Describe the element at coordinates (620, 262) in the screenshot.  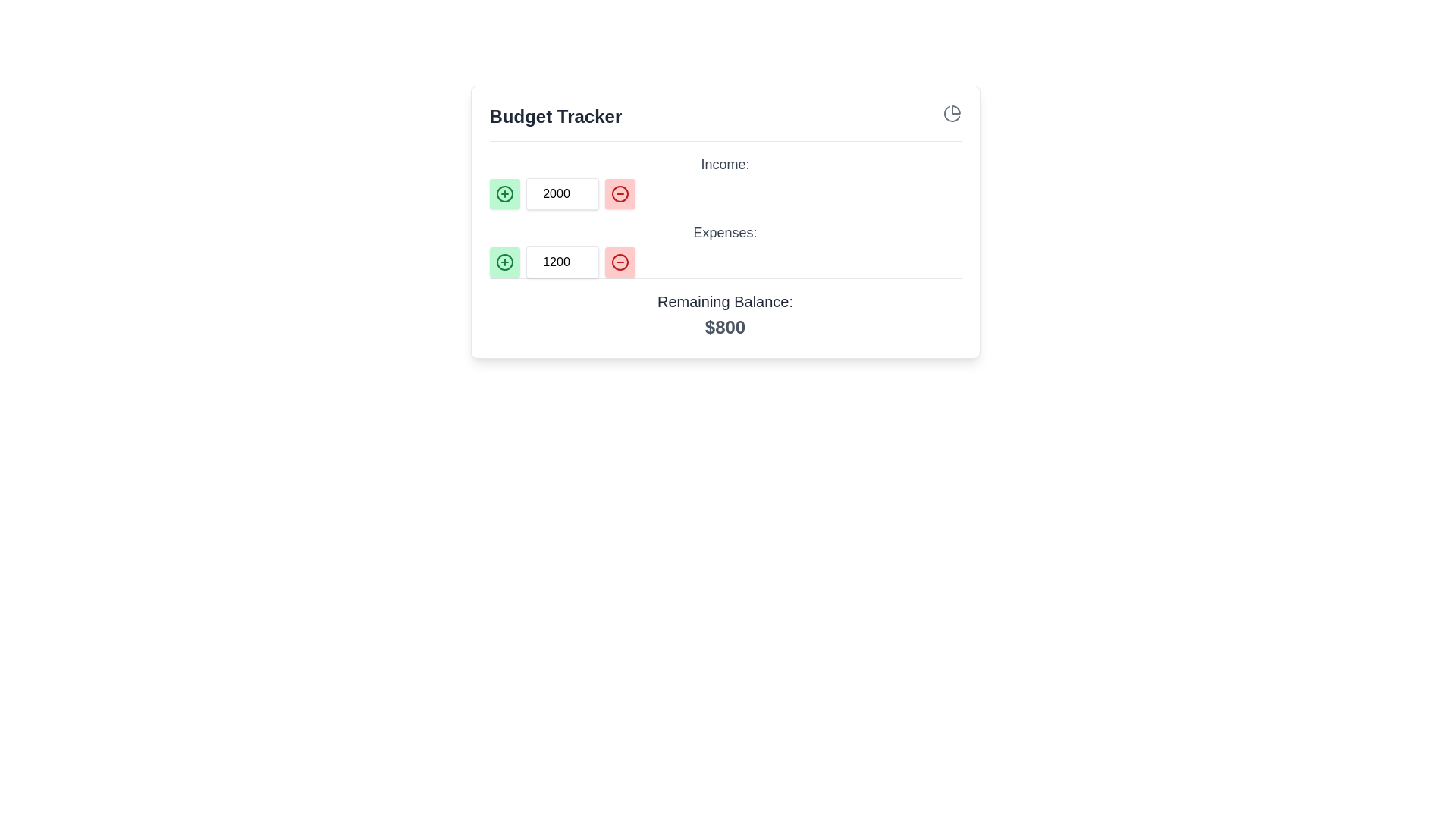
I see `the second red circular 'remove' button located below the similar button in the income section` at that location.